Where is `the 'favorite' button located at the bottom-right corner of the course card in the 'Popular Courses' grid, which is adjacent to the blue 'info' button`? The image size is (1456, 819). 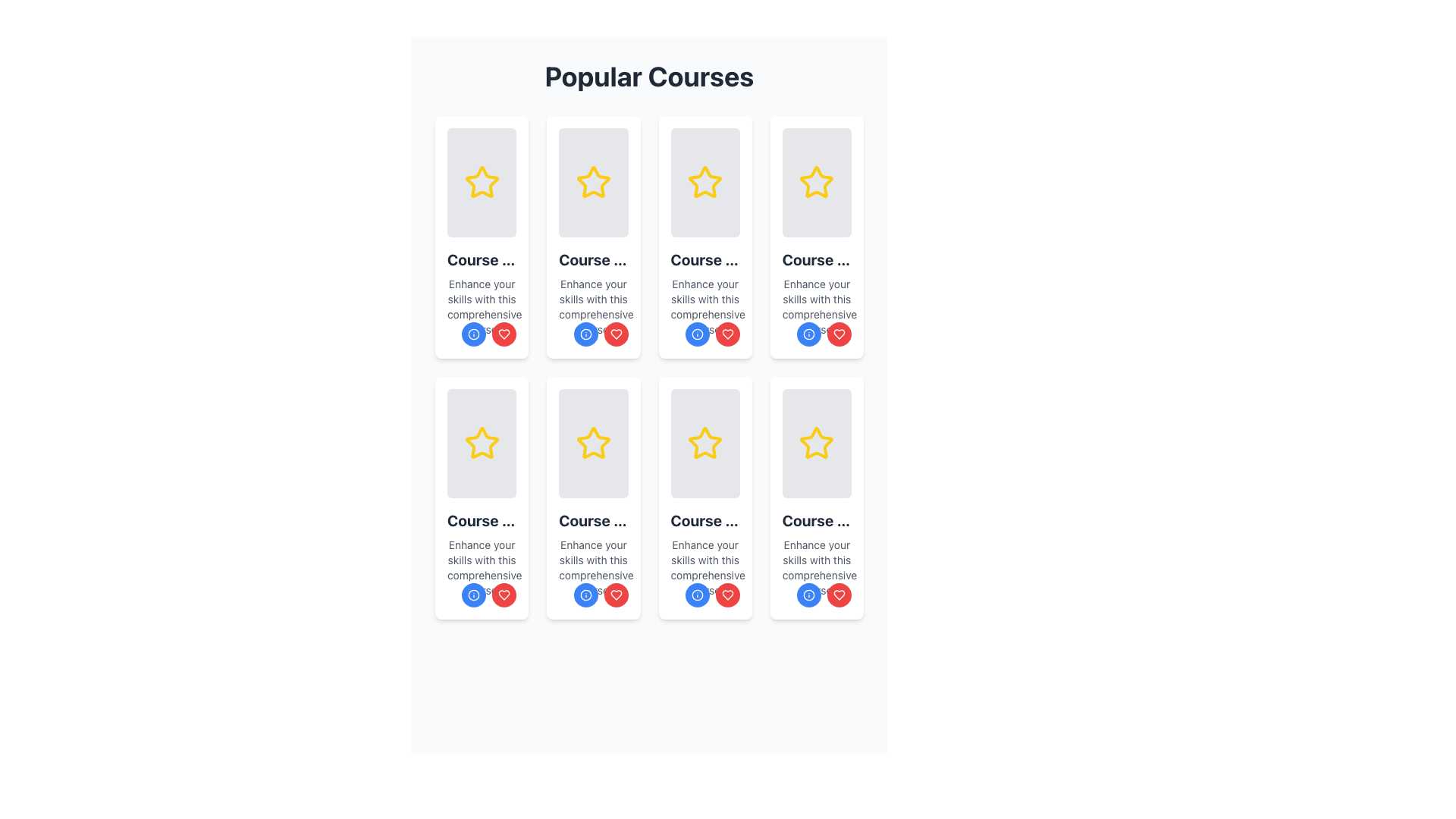
the 'favorite' button located at the bottom-right corner of the course card in the 'Popular Courses' grid, which is adjacent to the blue 'info' button is located at coordinates (600, 595).